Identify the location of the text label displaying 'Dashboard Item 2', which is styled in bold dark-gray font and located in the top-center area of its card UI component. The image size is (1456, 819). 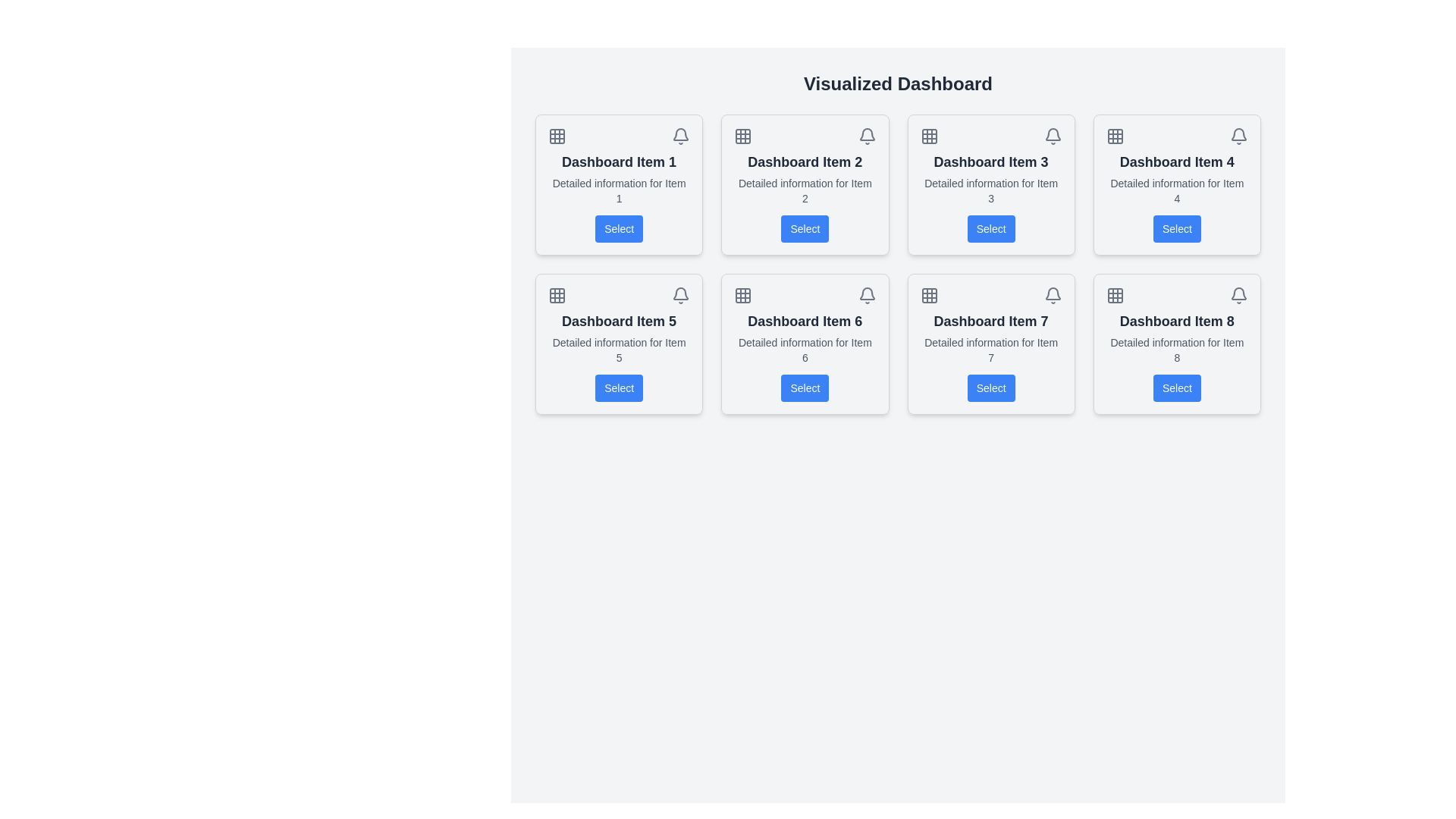
(804, 162).